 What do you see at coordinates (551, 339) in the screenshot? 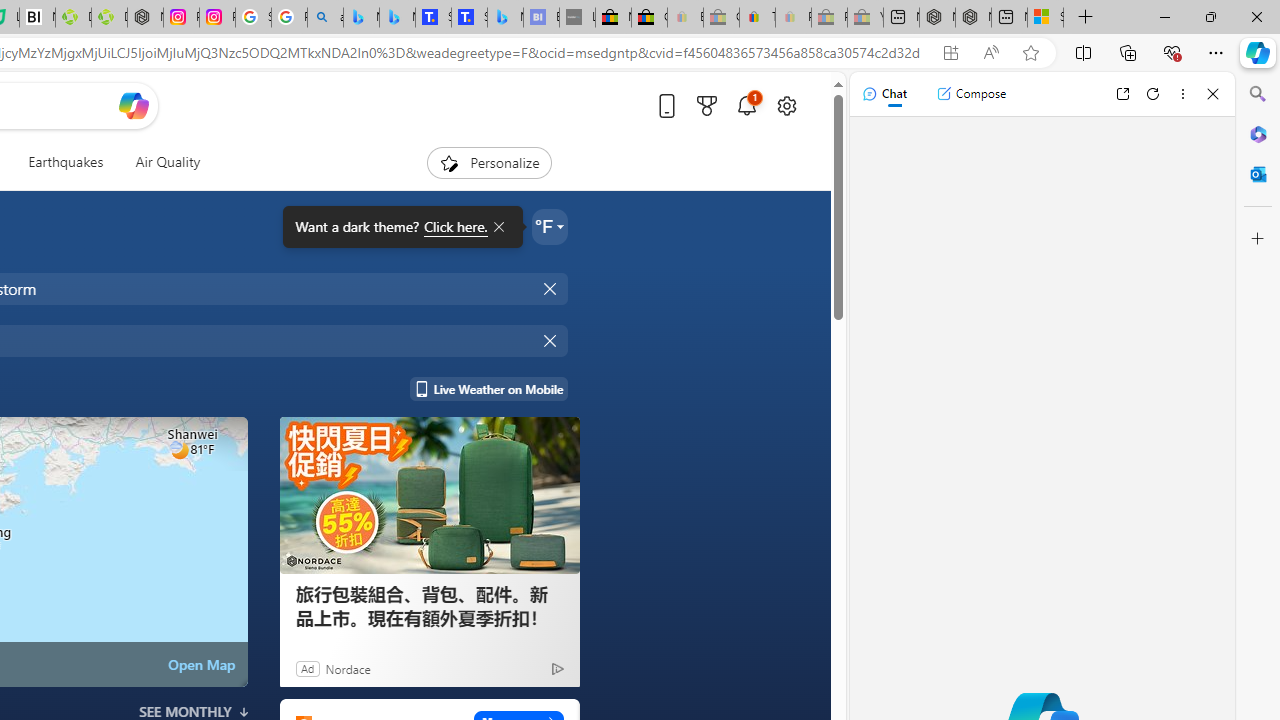
I see `'Hide'` at bounding box center [551, 339].